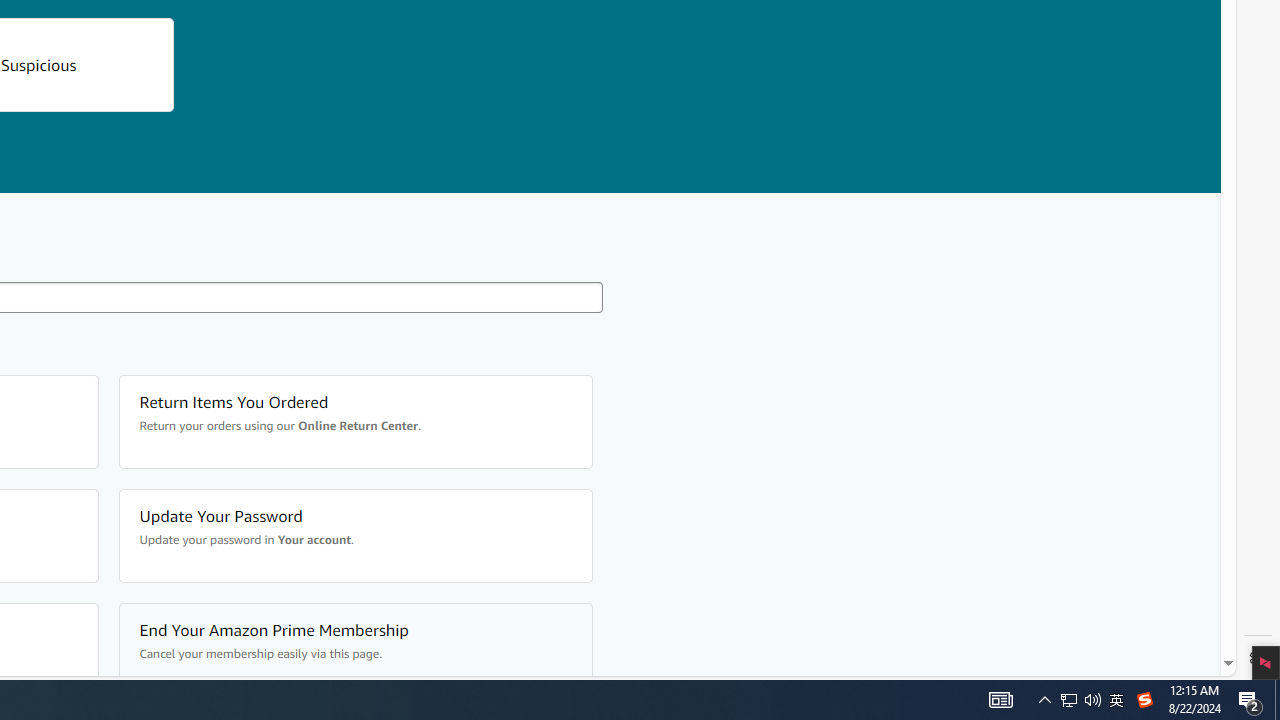 The height and width of the screenshot is (720, 1280). What do you see at coordinates (355, 535) in the screenshot?
I see `'Update Your Password Update your password in Your account.'` at bounding box center [355, 535].